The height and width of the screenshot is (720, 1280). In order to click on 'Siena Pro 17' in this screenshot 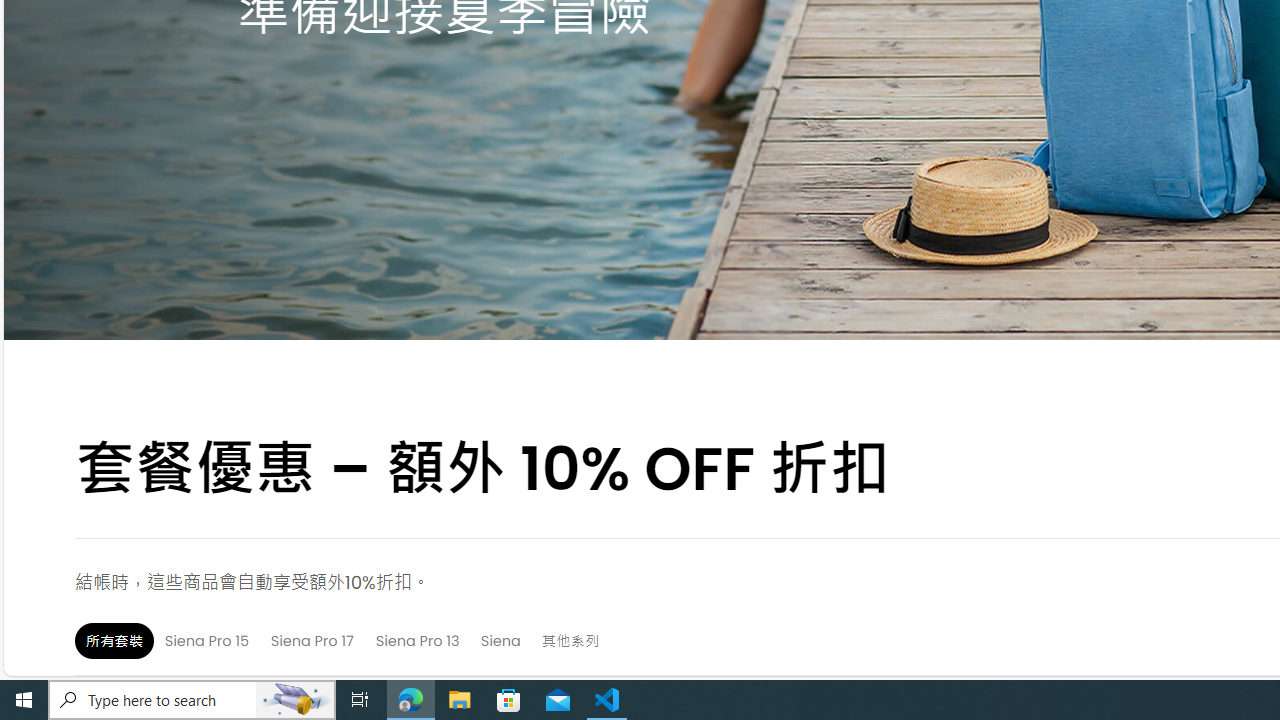, I will do `click(311, 640)`.